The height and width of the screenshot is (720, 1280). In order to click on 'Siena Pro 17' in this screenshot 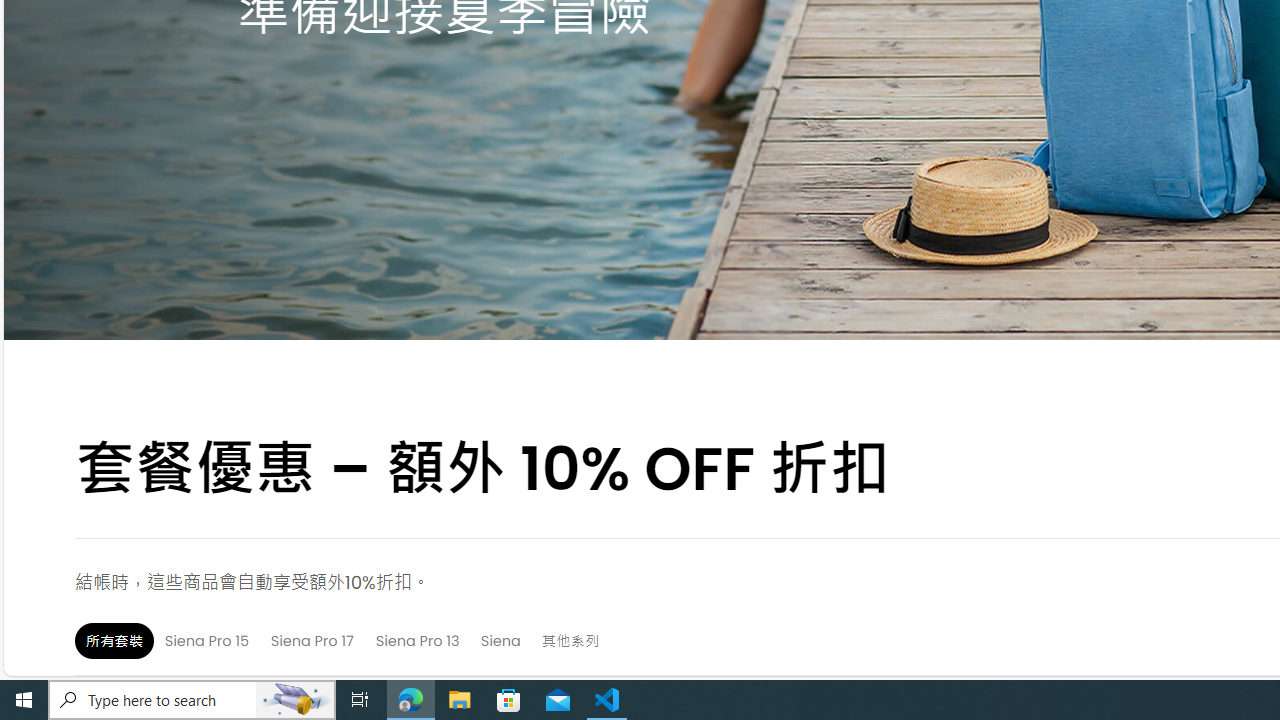, I will do `click(311, 640)`.